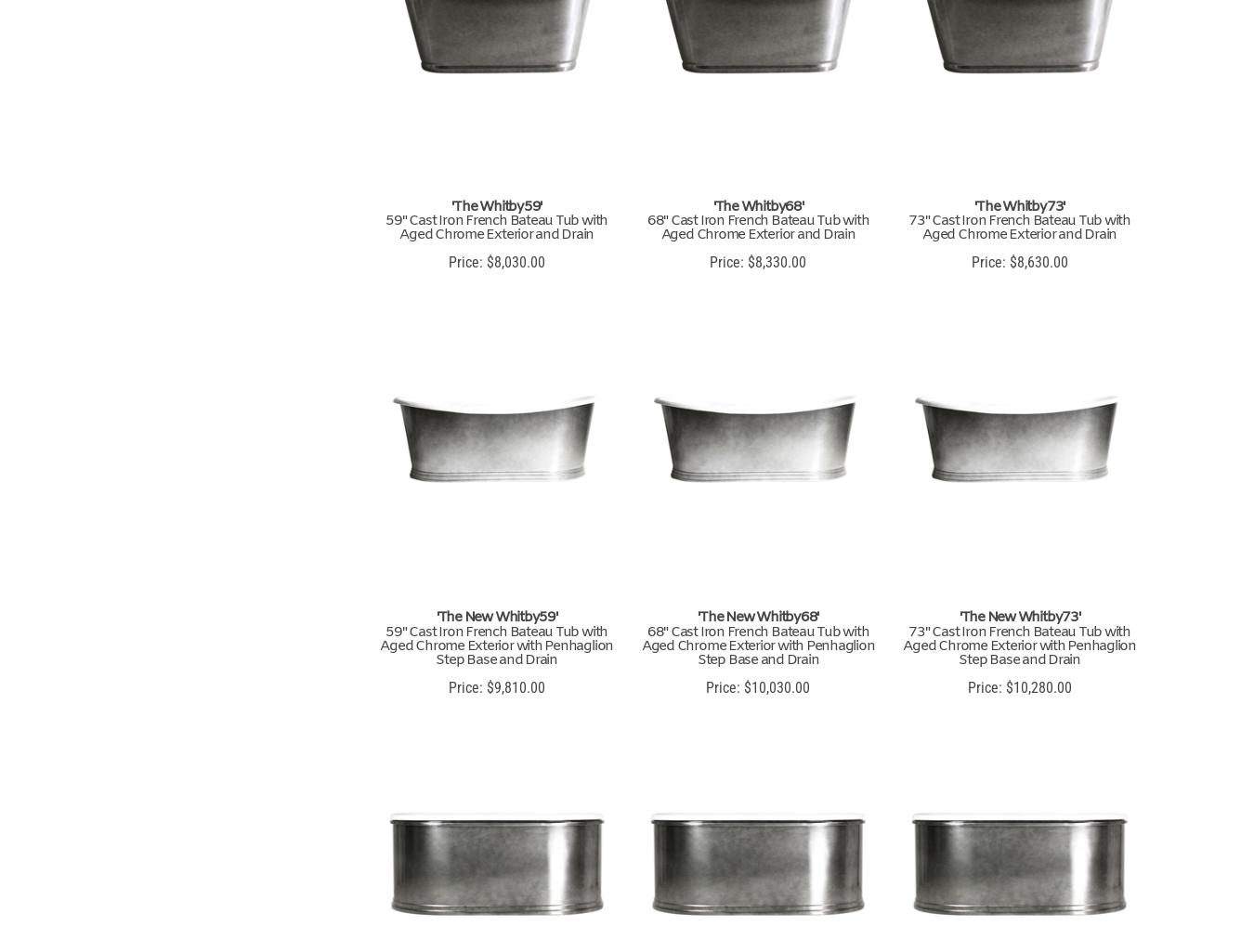 This screenshot has height=952, width=1254. Describe the element at coordinates (385, 226) in the screenshot. I see `'59" Cast Iron French Bateau Tub with Aged Chrome Exterior and Drain'` at that location.